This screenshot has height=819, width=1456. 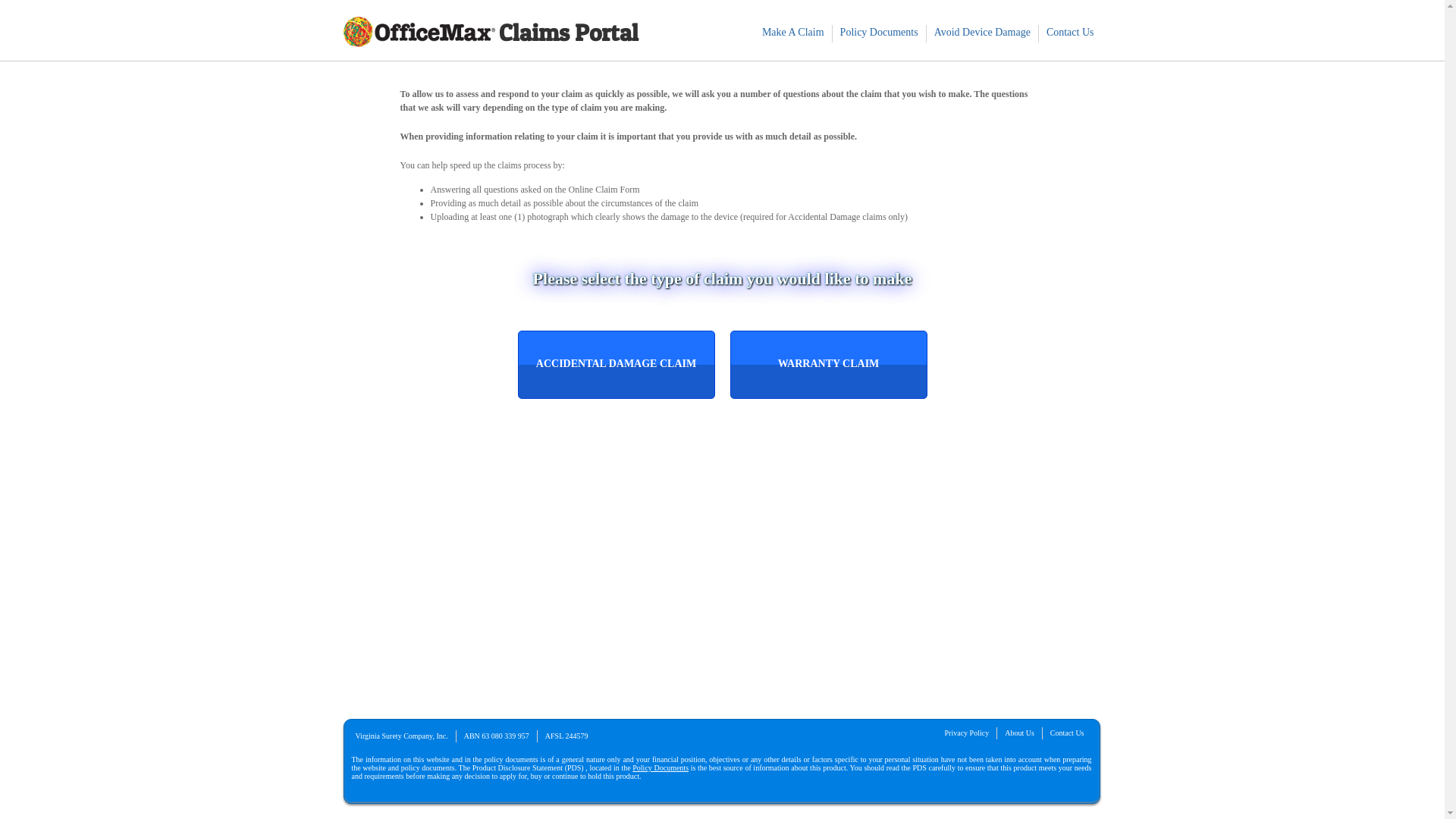 What do you see at coordinates (827, 365) in the screenshot?
I see `'Warranty Claim'` at bounding box center [827, 365].